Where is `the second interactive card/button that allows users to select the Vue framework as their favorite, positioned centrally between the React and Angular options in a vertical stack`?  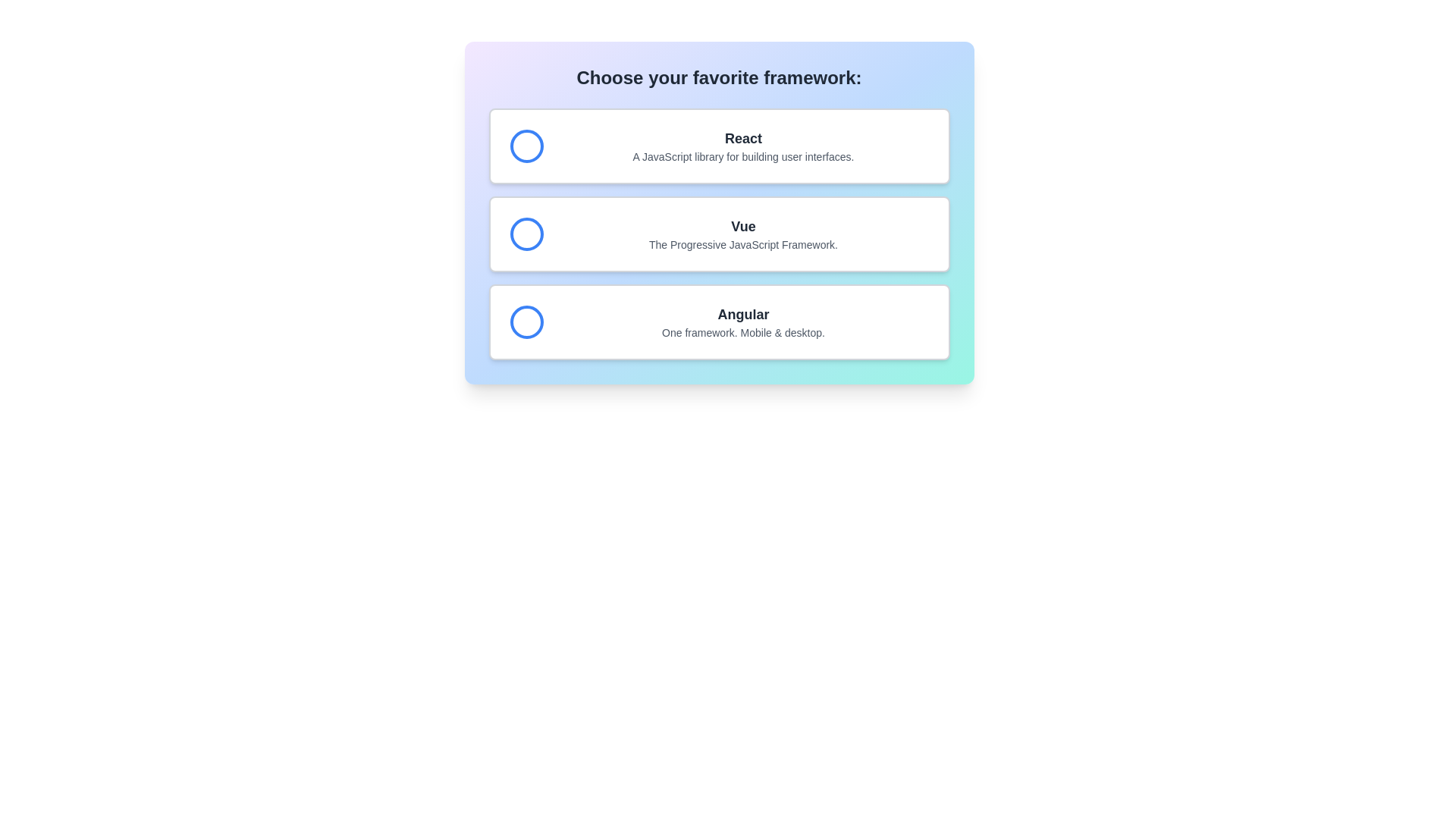 the second interactive card/button that allows users to select the Vue framework as their favorite, positioned centrally between the React and Angular options in a vertical stack is located at coordinates (718, 213).